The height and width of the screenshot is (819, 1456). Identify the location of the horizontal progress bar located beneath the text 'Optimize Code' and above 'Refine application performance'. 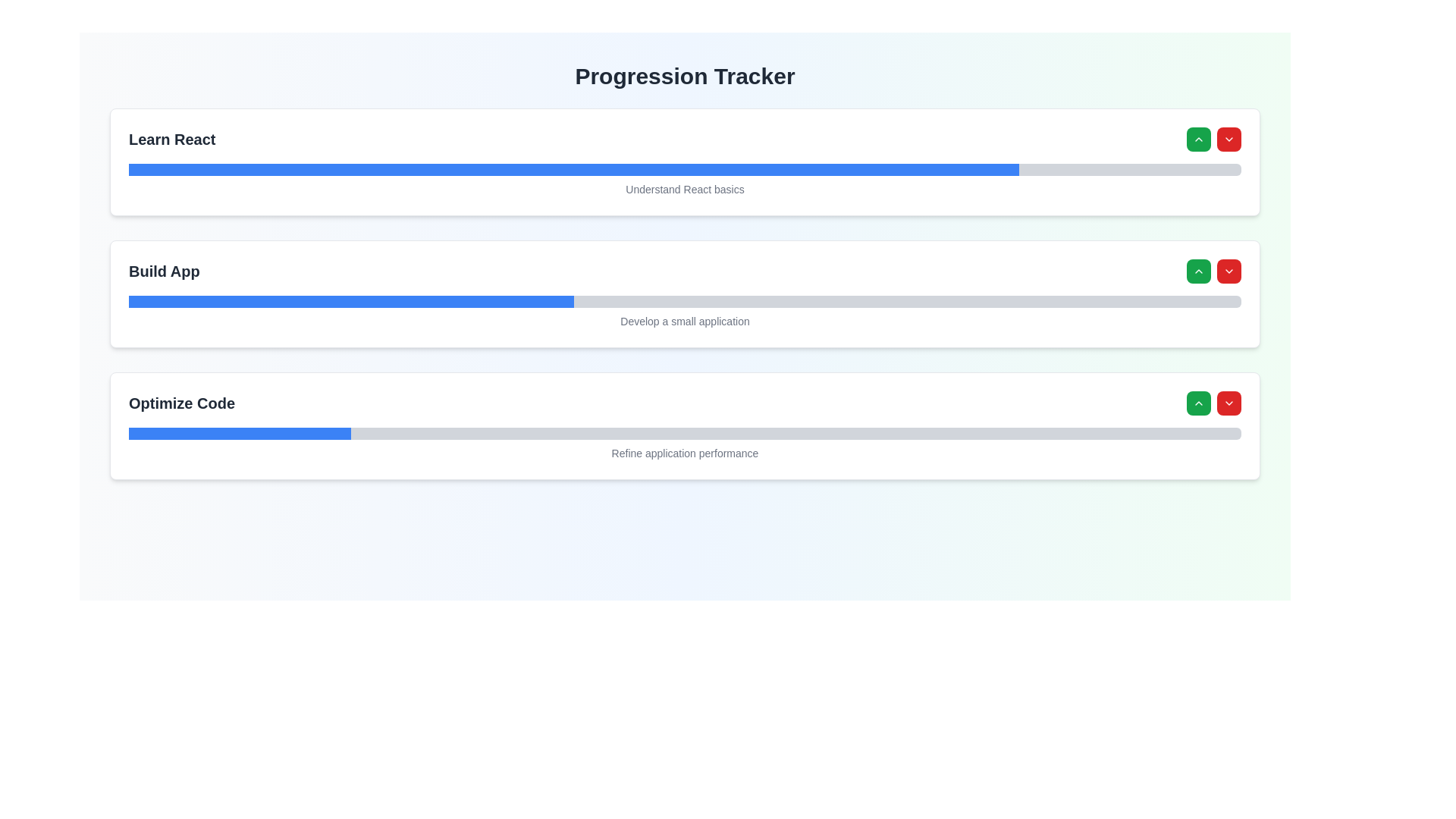
(684, 433).